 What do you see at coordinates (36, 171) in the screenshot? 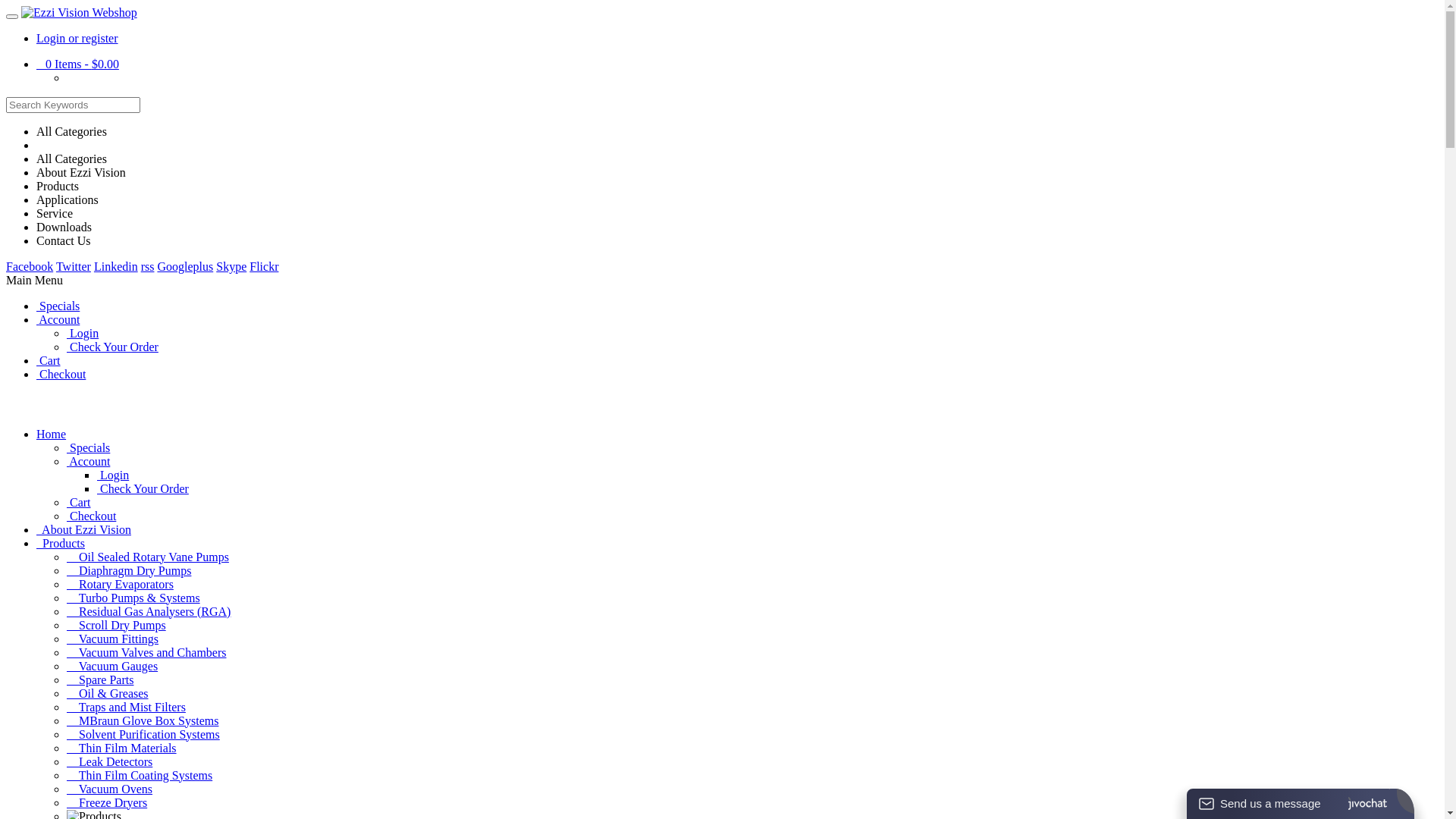
I see `'About Ezzi Vision'` at bounding box center [36, 171].